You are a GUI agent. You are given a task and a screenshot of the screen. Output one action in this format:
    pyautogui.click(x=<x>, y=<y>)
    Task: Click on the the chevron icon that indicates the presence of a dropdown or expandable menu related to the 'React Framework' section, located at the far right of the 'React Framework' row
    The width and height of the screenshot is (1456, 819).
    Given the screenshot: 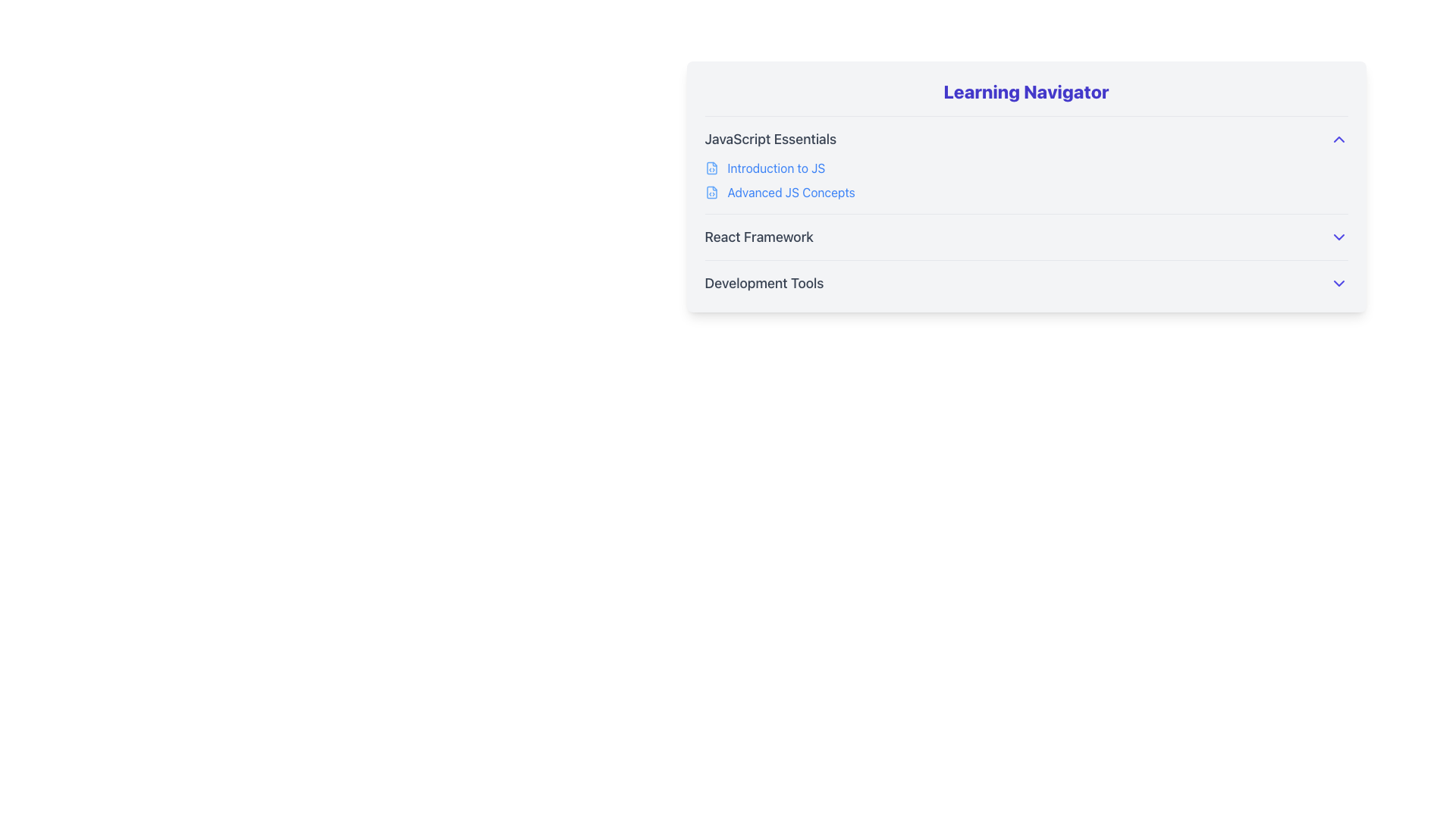 What is the action you would take?
    pyautogui.click(x=1338, y=237)
    